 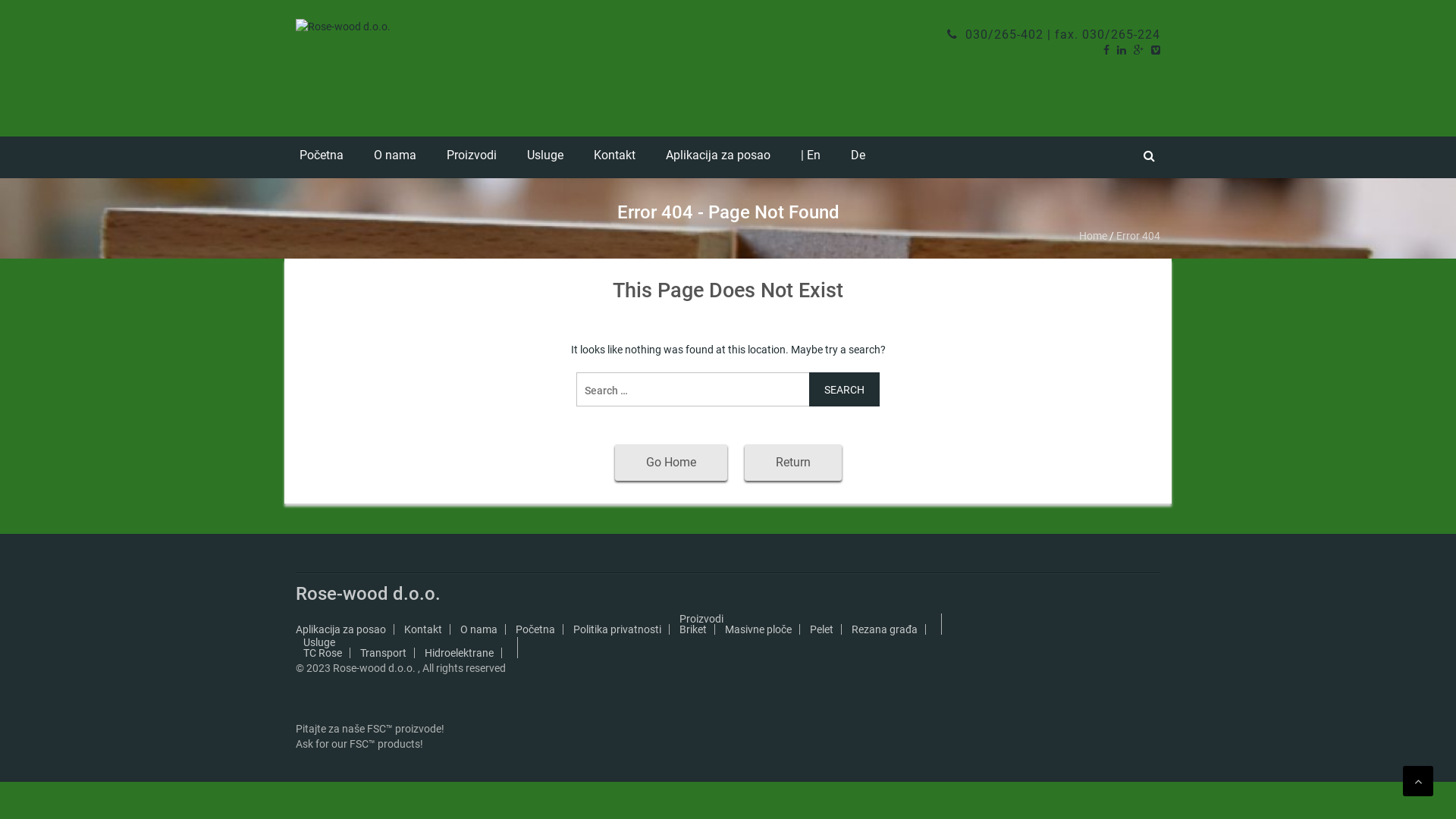 I want to click on '030/265-402 | fax. 030/265-224', so click(x=1053, y=34).